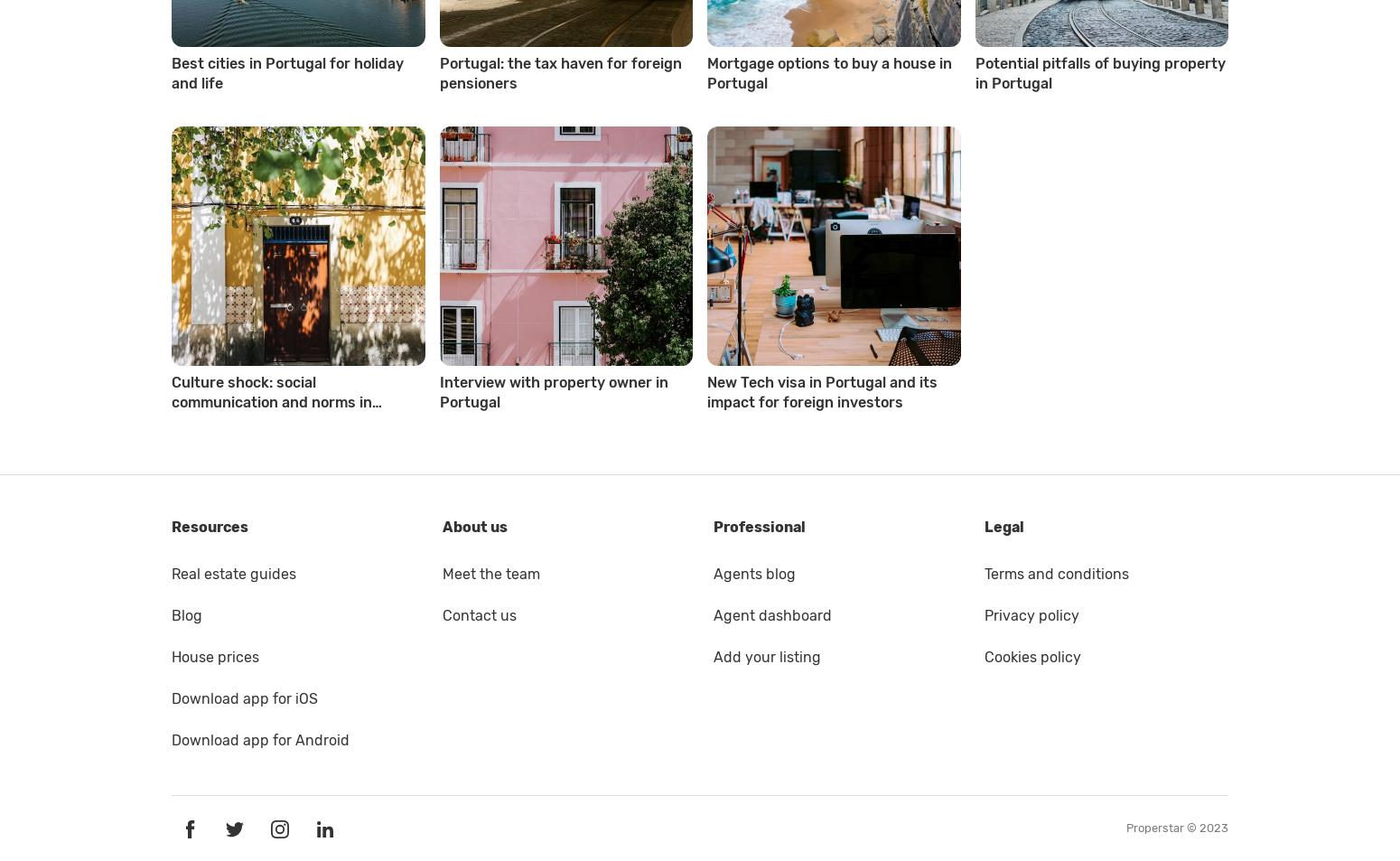  What do you see at coordinates (1176, 827) in the screenshot?
I see `'Properstar © 2023'` at bounding box center [1176, 827].